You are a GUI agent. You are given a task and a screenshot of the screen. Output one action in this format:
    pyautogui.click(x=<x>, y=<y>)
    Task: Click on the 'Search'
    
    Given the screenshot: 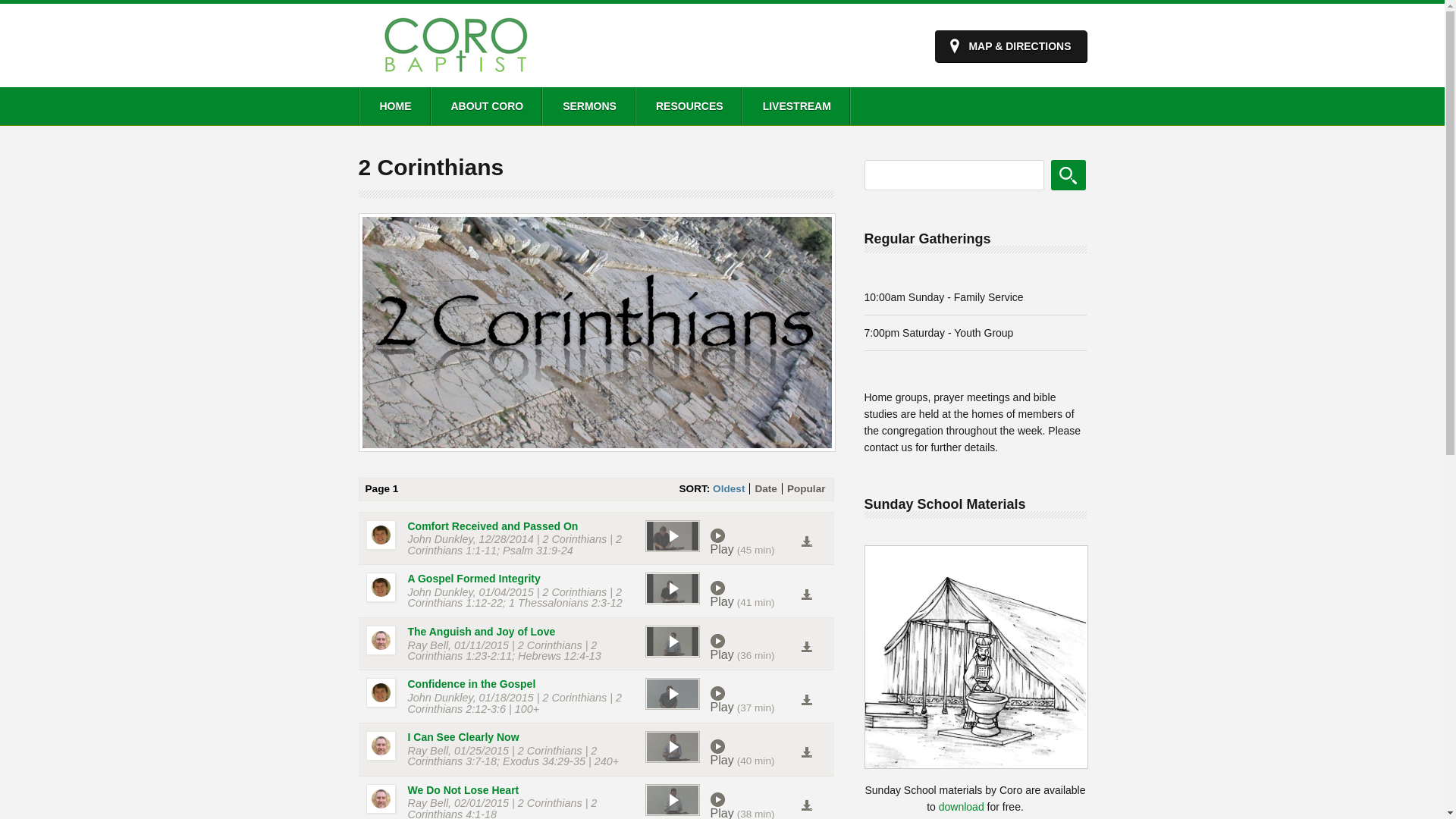 What is the action you would take?
    pyautogui.click(x=1050, y=174)
    